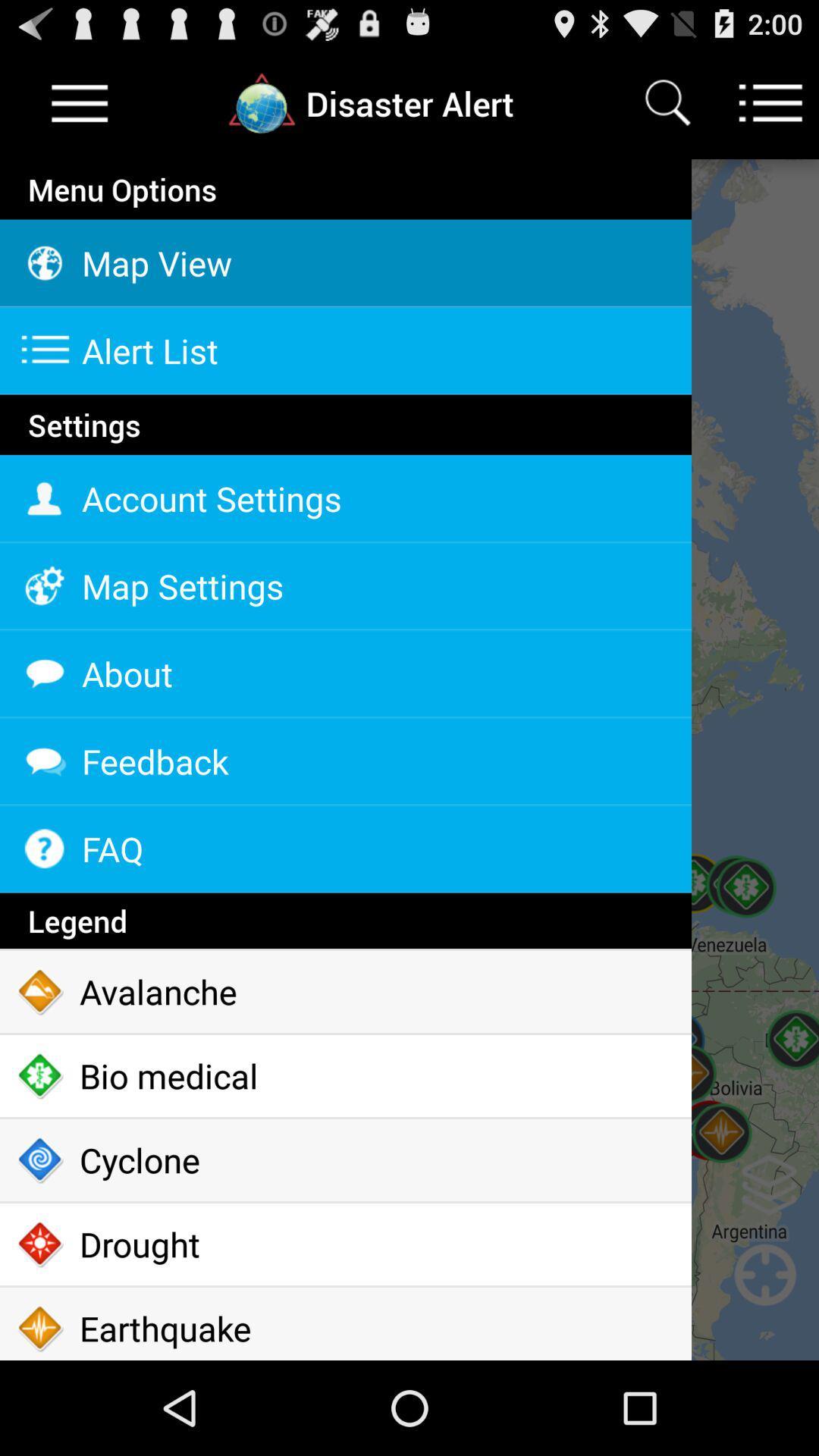 This screenshot has width=819, height=1456. What do you see at coordinates (769, 1263) in the screenshot?
I see `the layers icon` at bounding box center [769, 1263].